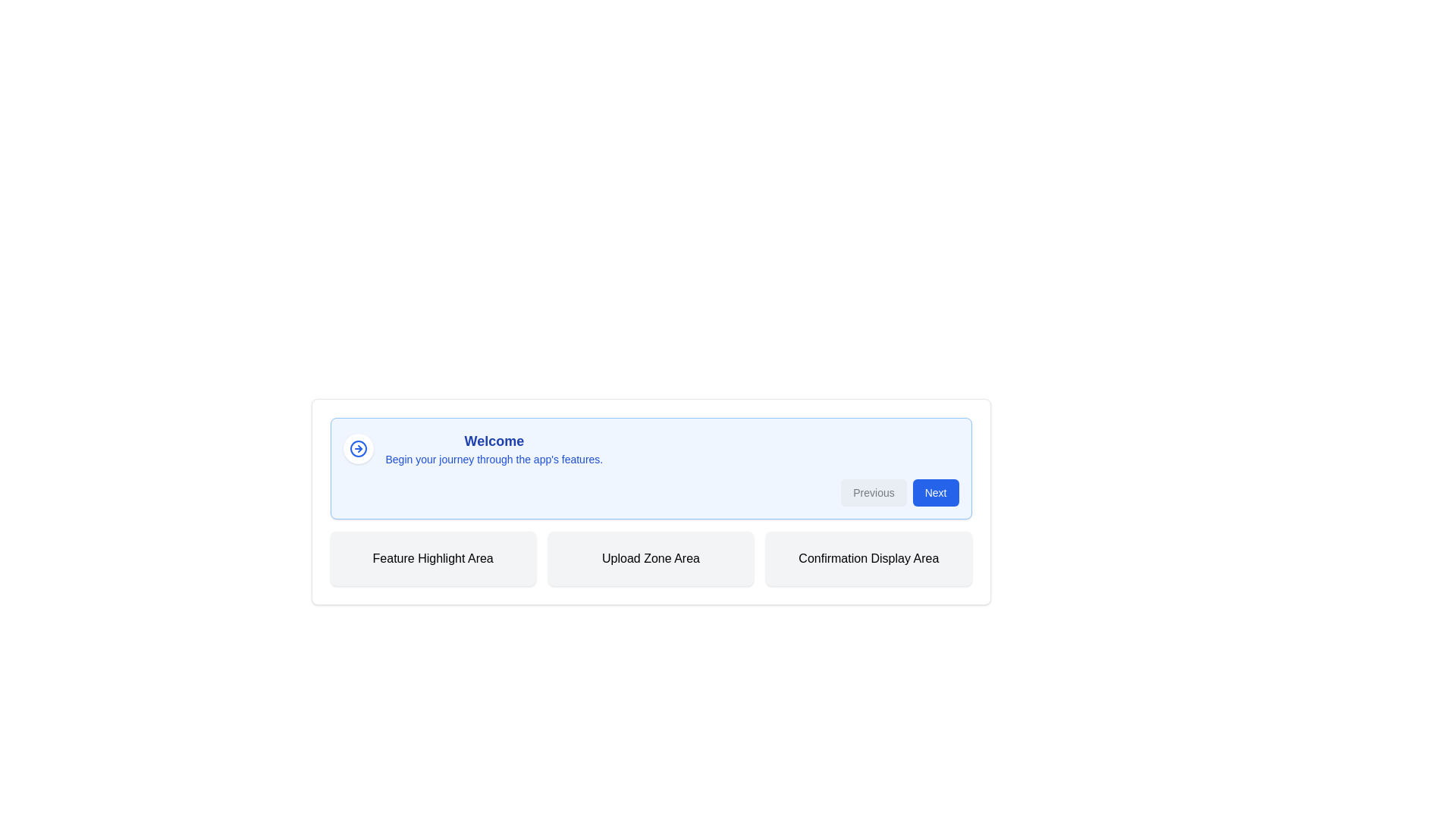  I want to click on the introductory text displayed prominently with 'Welcome' in a larger bold blue font, so click(494, 447).